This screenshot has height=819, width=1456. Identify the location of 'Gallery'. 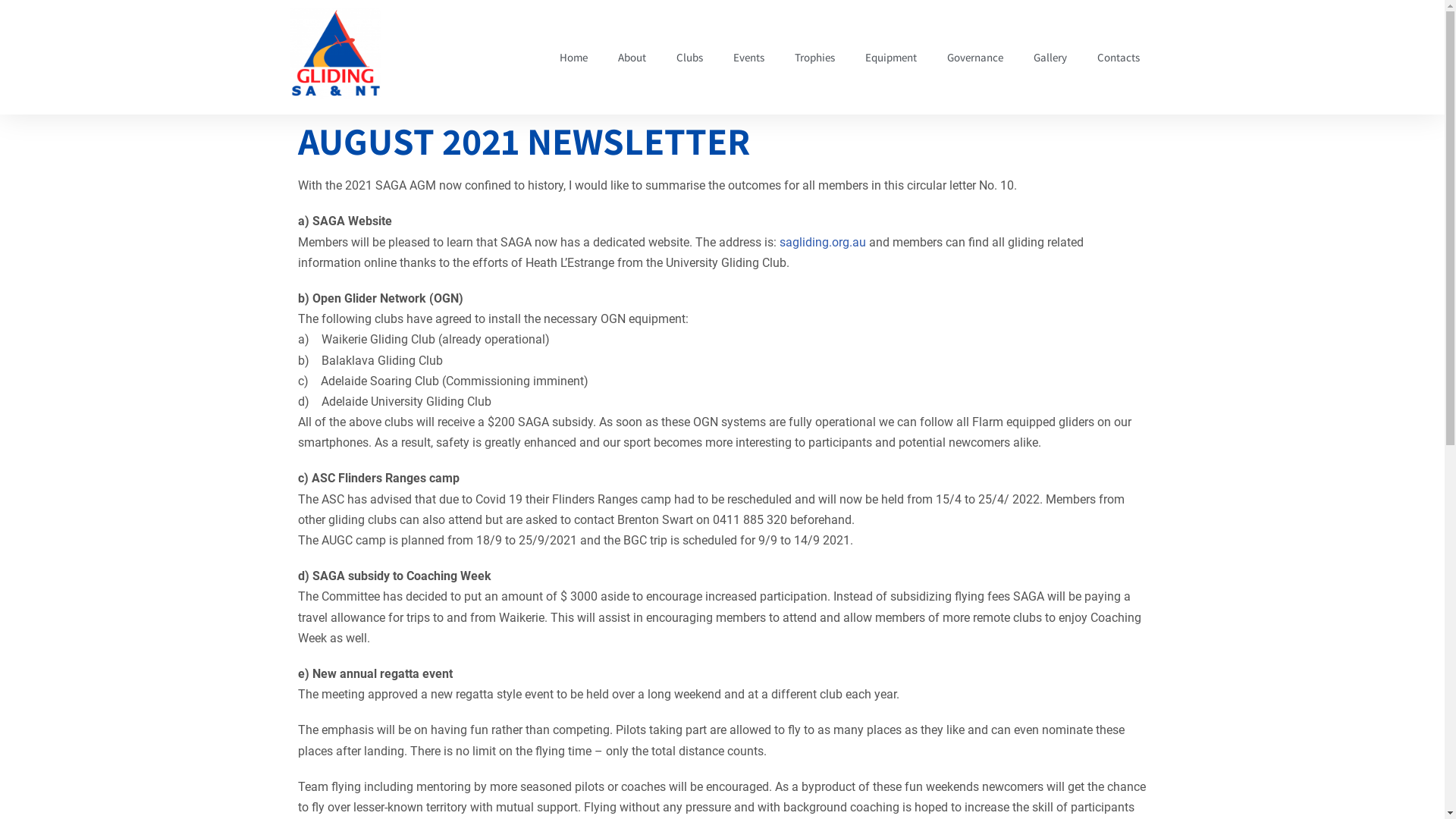
(1048, 57).